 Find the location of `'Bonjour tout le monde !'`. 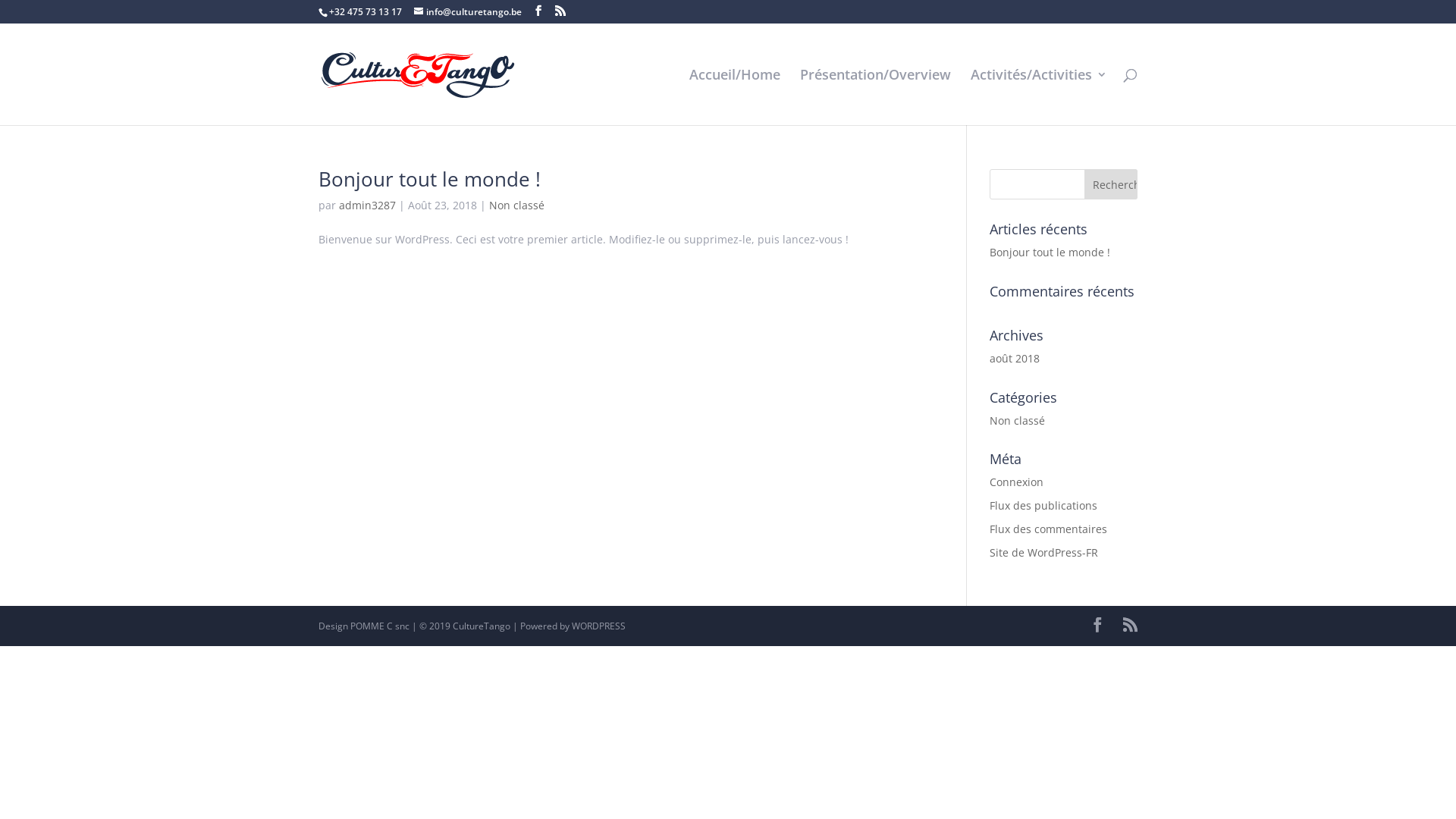

'Bonjour tout le monde !' is located at coordinates (428, 177).